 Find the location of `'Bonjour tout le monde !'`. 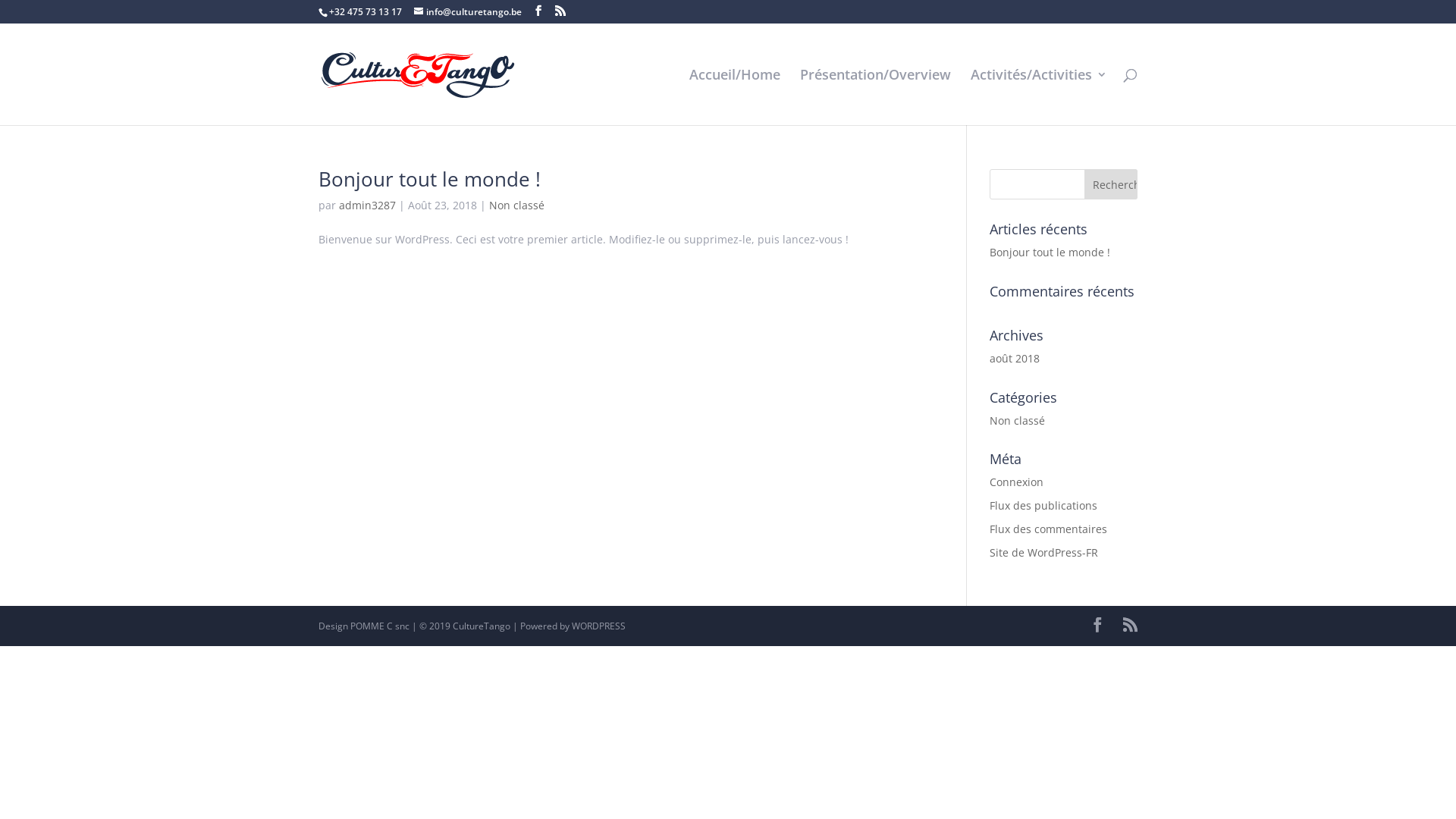

'Bonjour tout le monde !' is located at coordinates (428, 177).